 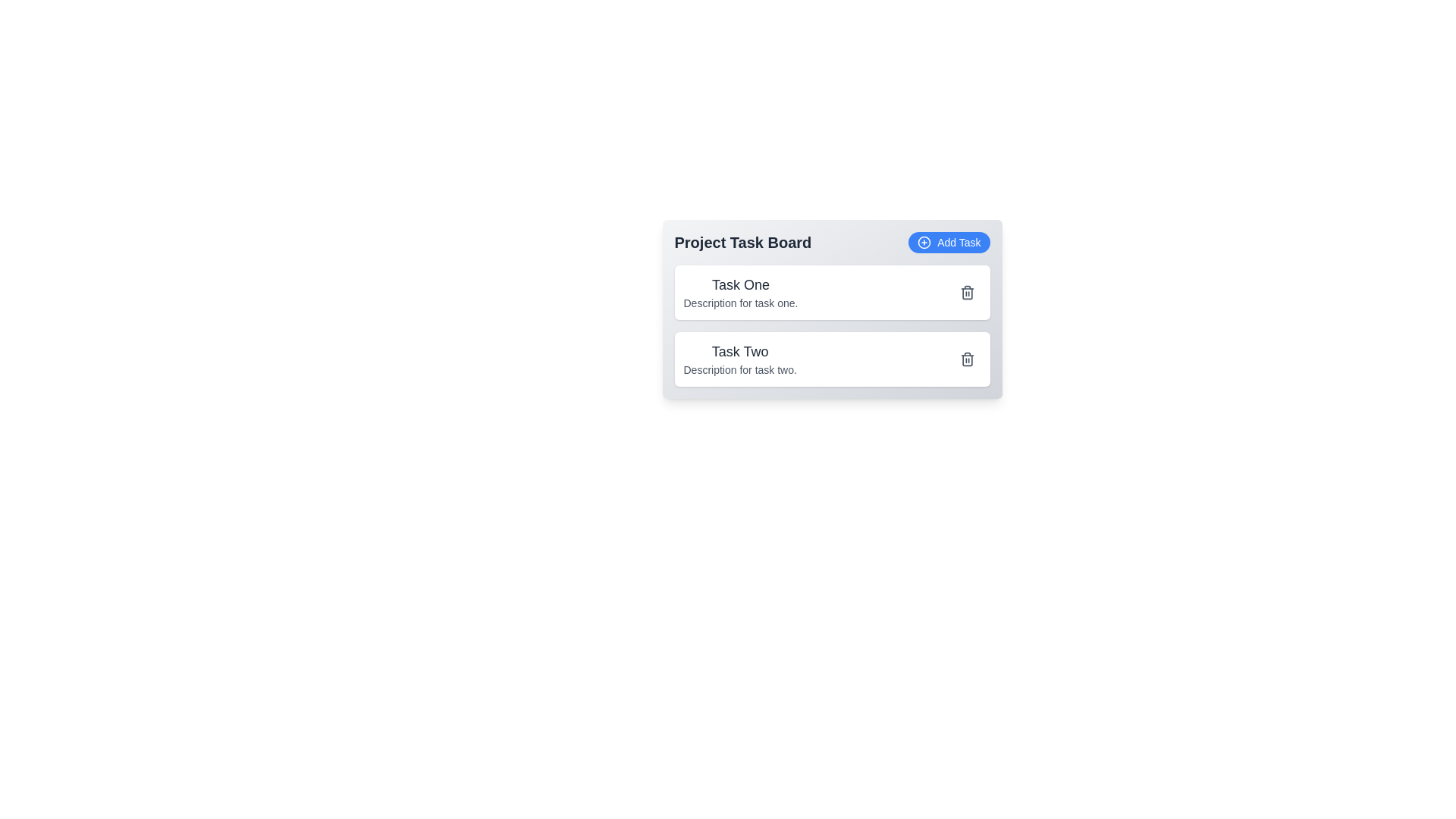 I want to click on the second task entry labeled with its title and description in the Project Task Board interface, so click(x=740, y=359).